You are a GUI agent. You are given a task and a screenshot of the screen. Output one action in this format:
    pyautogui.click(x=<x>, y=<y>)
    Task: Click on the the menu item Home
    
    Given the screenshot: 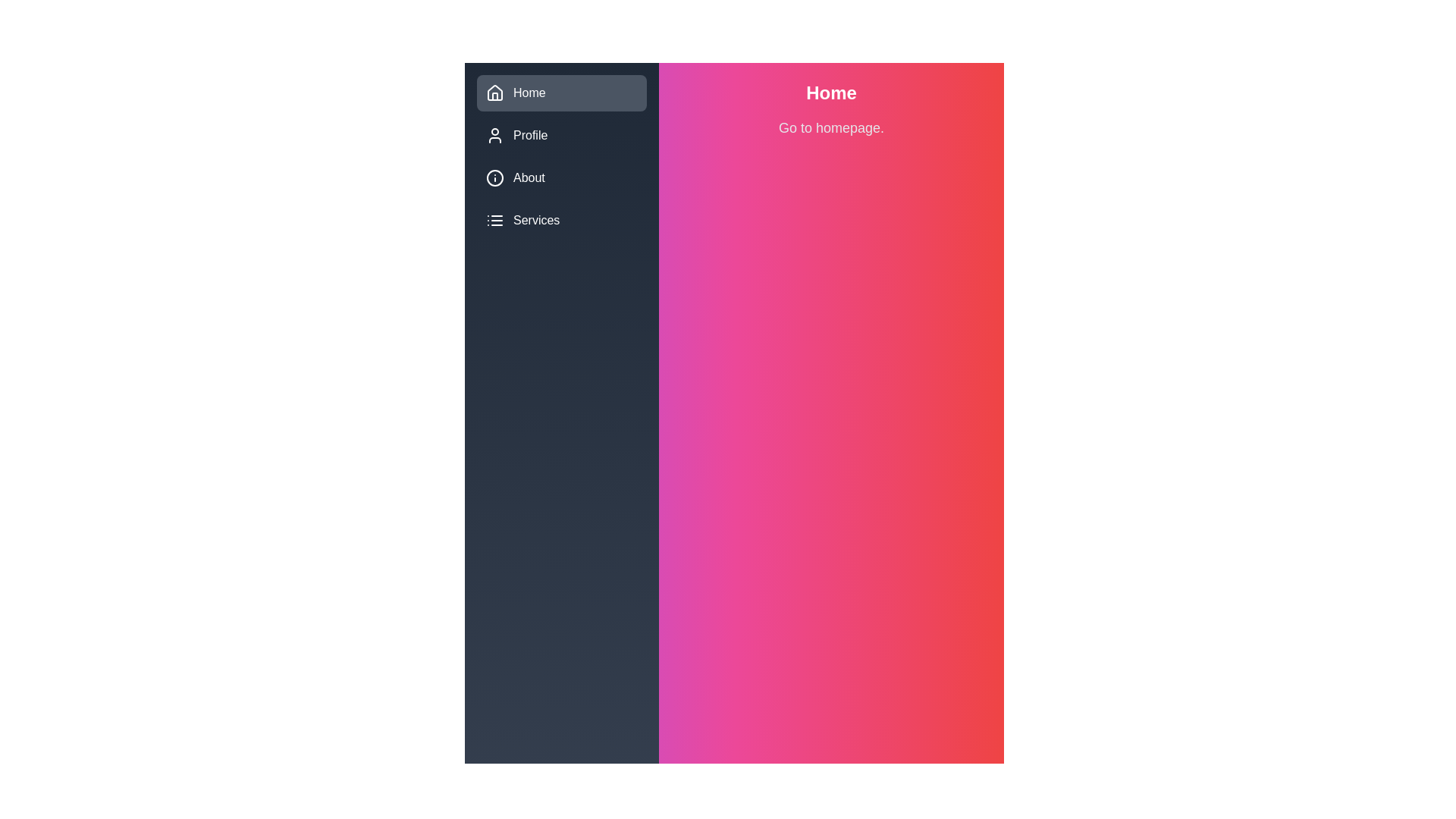 What is the action you would take?
    pyautogui.click(x=560, y=93)
    